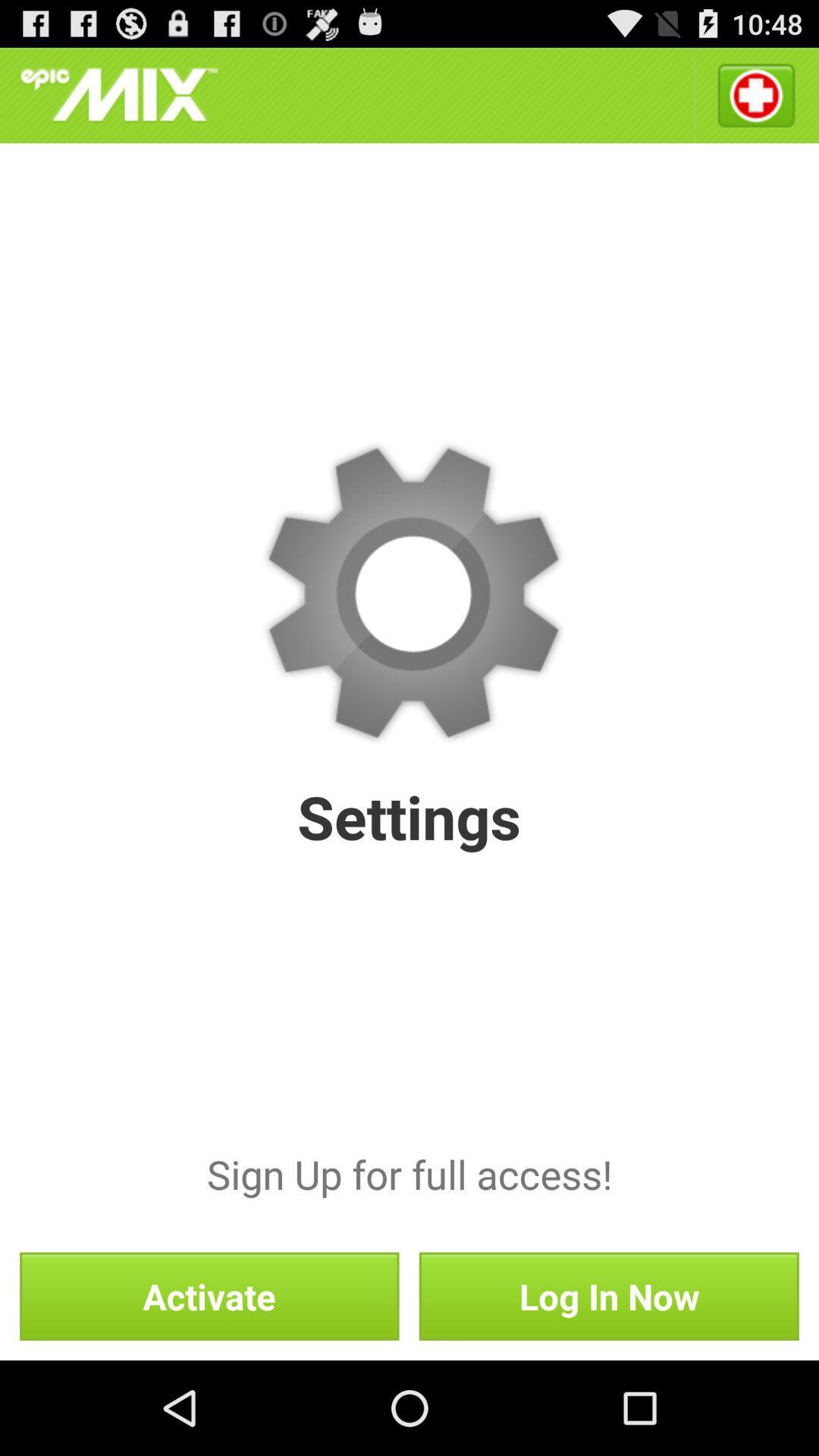 The height and width of the screenshot is (1456, 819). Describe the element at coordinates (608, 1295) in the screenshot. I see `the item below sign up for item` at that location.